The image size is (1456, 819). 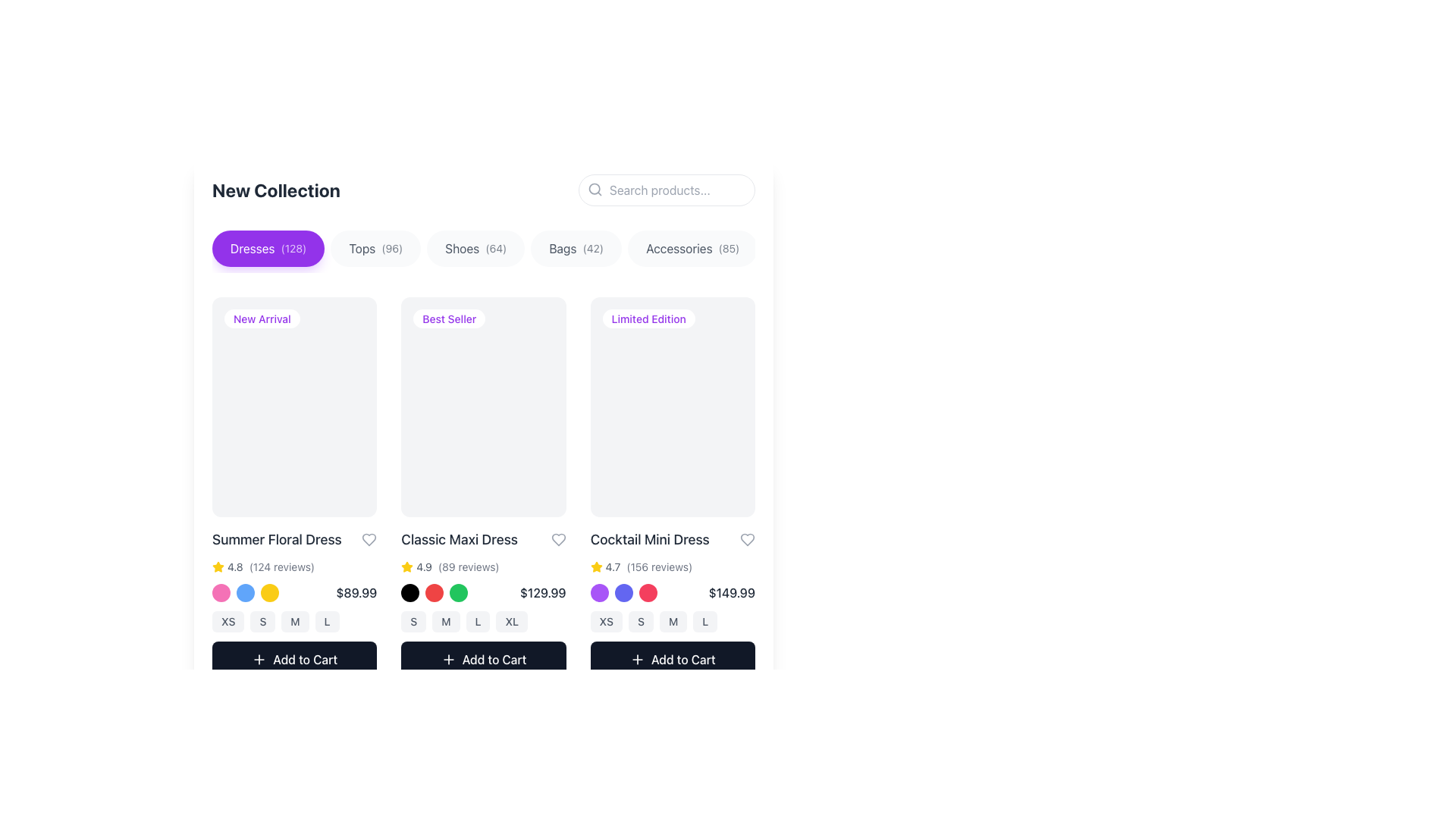 What do you see at coordinates (648, 318) in the screenshot?
I see `the 'Limited Edition' label styled as a rounded rectangle with purple text on a white background` at bounding box center [648, 318].